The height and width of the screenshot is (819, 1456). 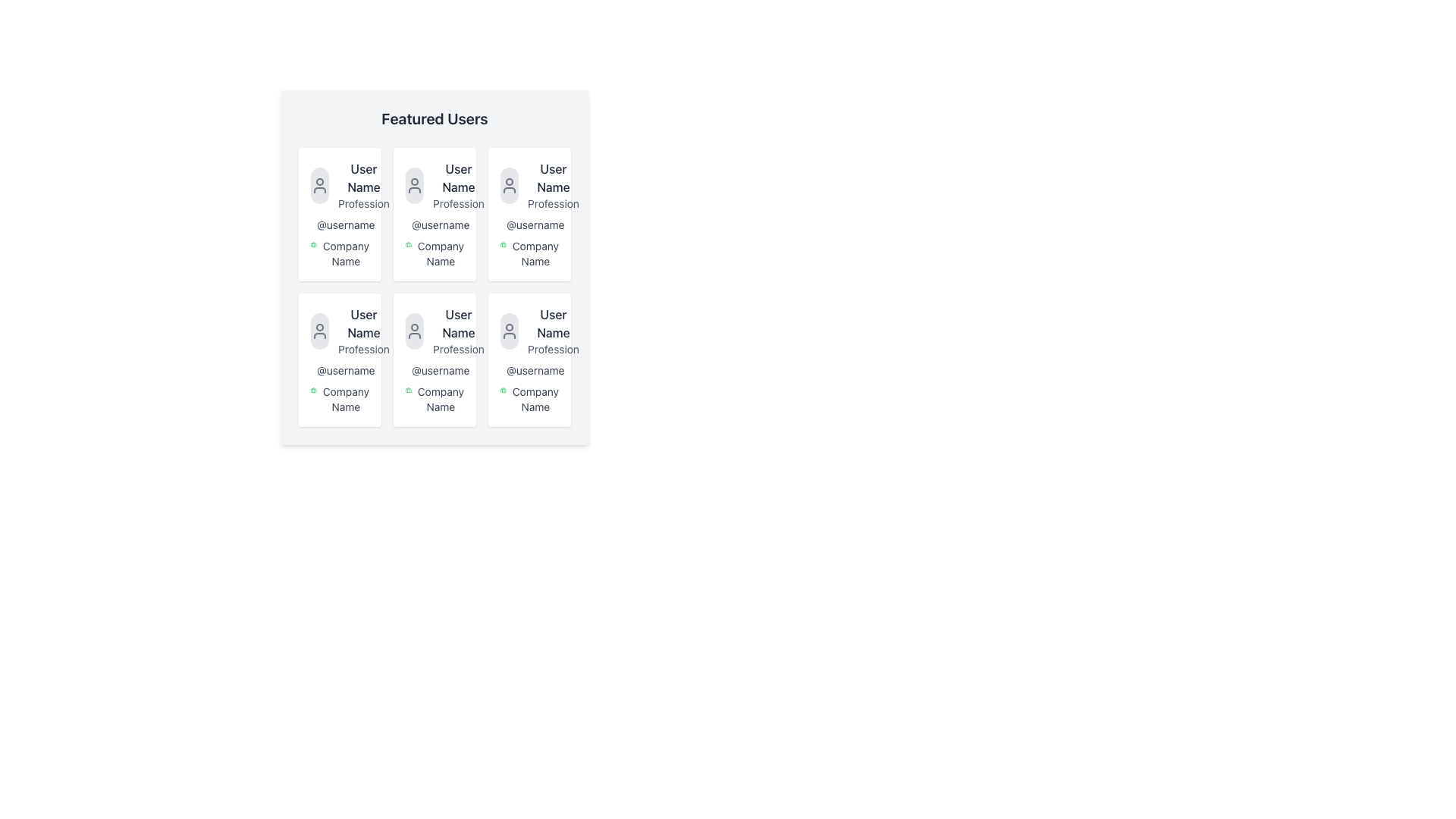 What do you see at coordinates (364, 330) in the screenshot?
I see `the text block containing 'User Name' and 'Profession' located under the 'Featured Users' heading` at bounding box center [364, 330].